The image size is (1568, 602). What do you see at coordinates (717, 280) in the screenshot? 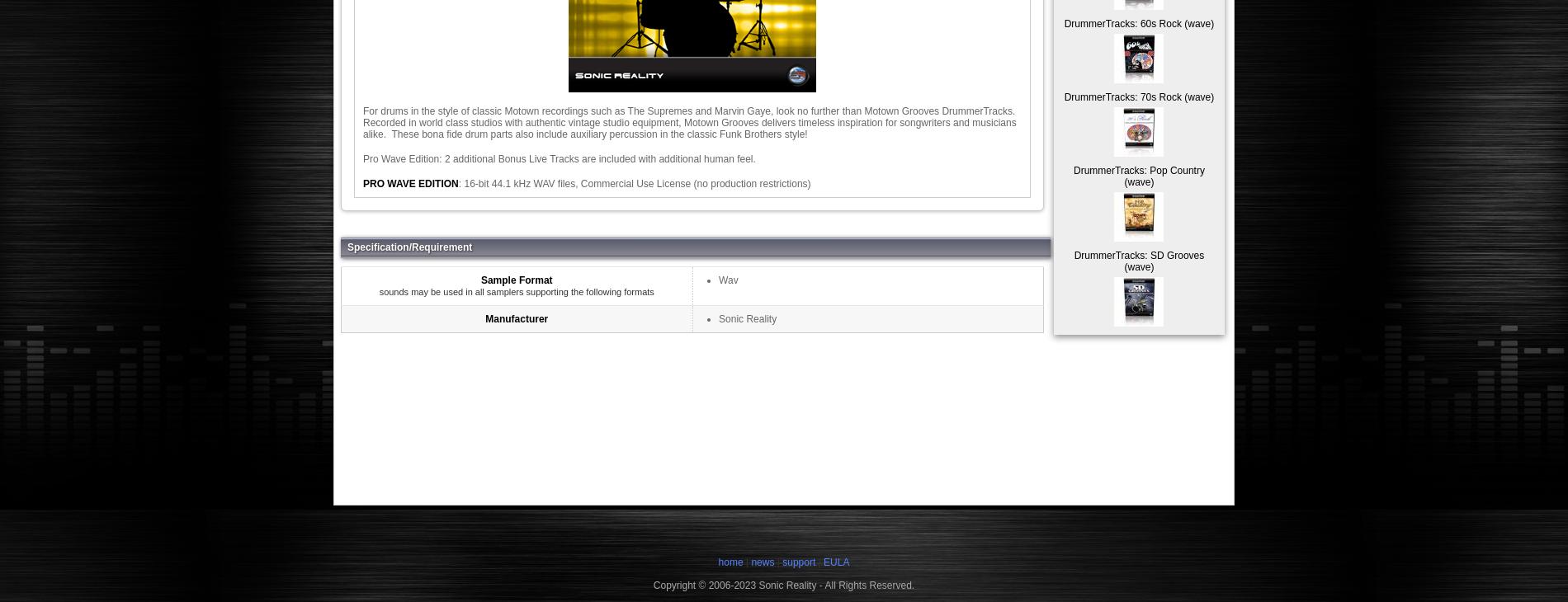
I see `'Wav'` at bounding box center [717, 280].